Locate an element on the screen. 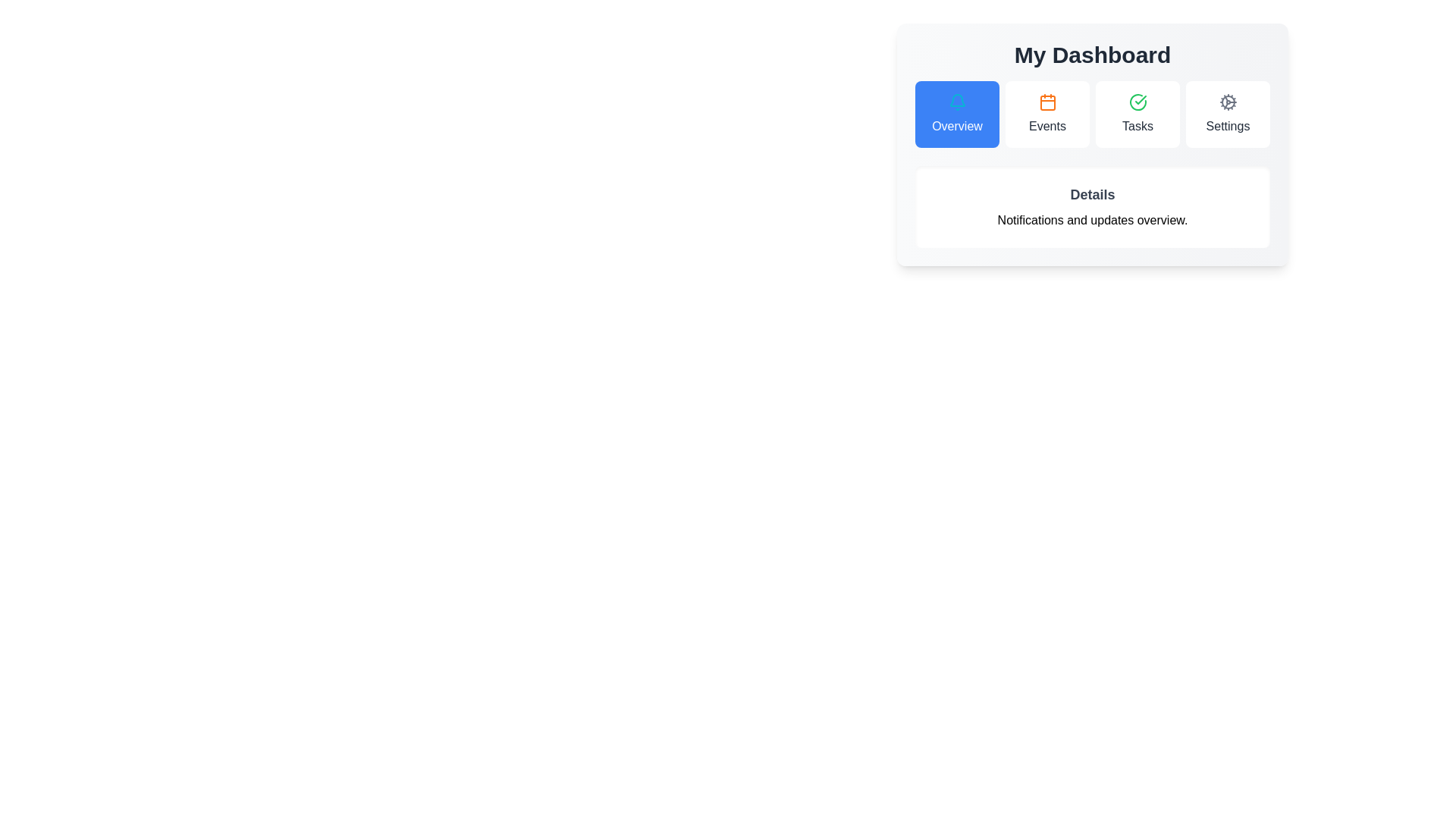  the tab button labeled Settings is located at coordinates (1228, 113).